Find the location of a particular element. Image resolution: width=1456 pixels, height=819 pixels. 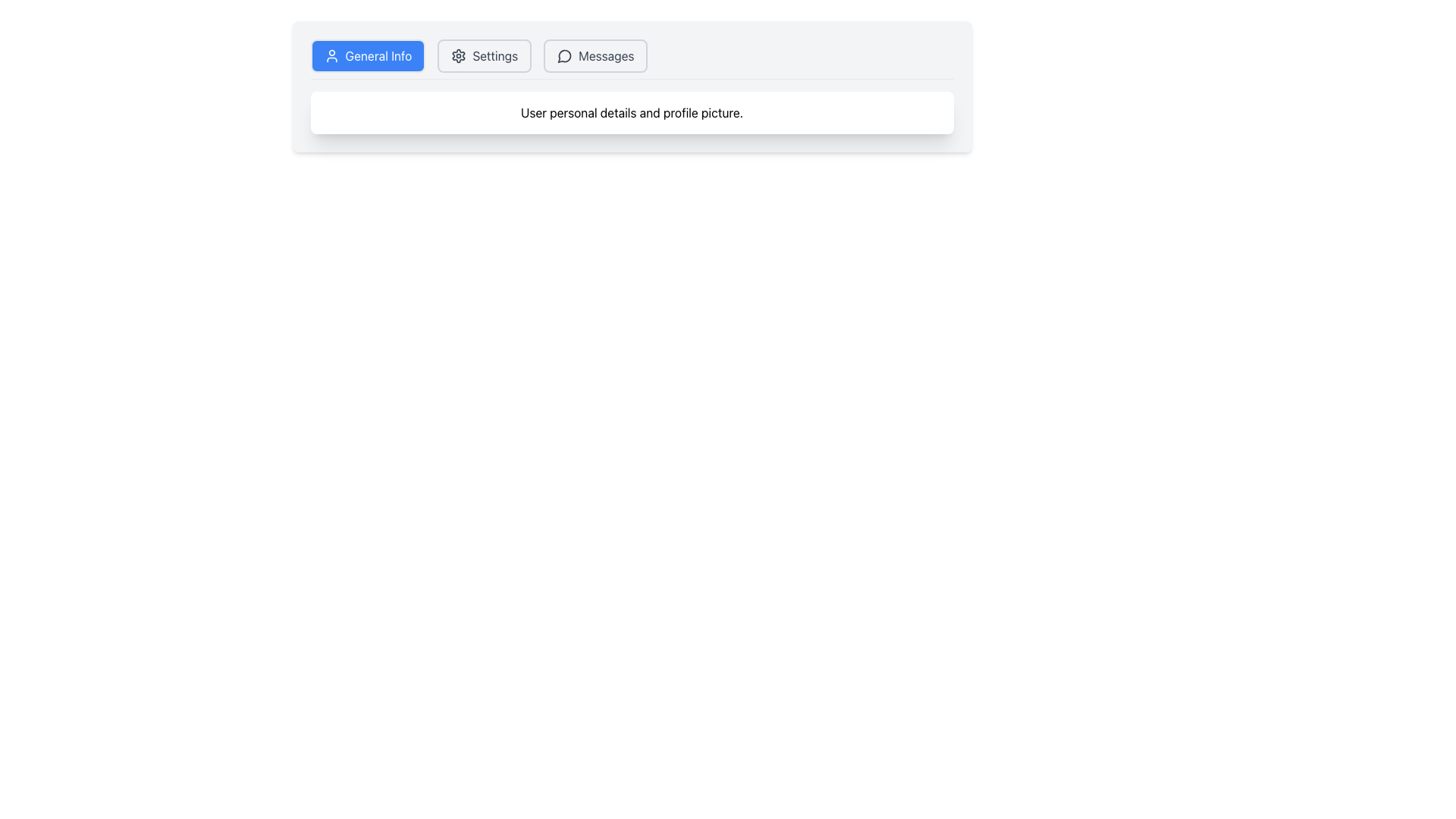

the 'Messages' button with a speech bubble icon is located at coordinates (595, 55).